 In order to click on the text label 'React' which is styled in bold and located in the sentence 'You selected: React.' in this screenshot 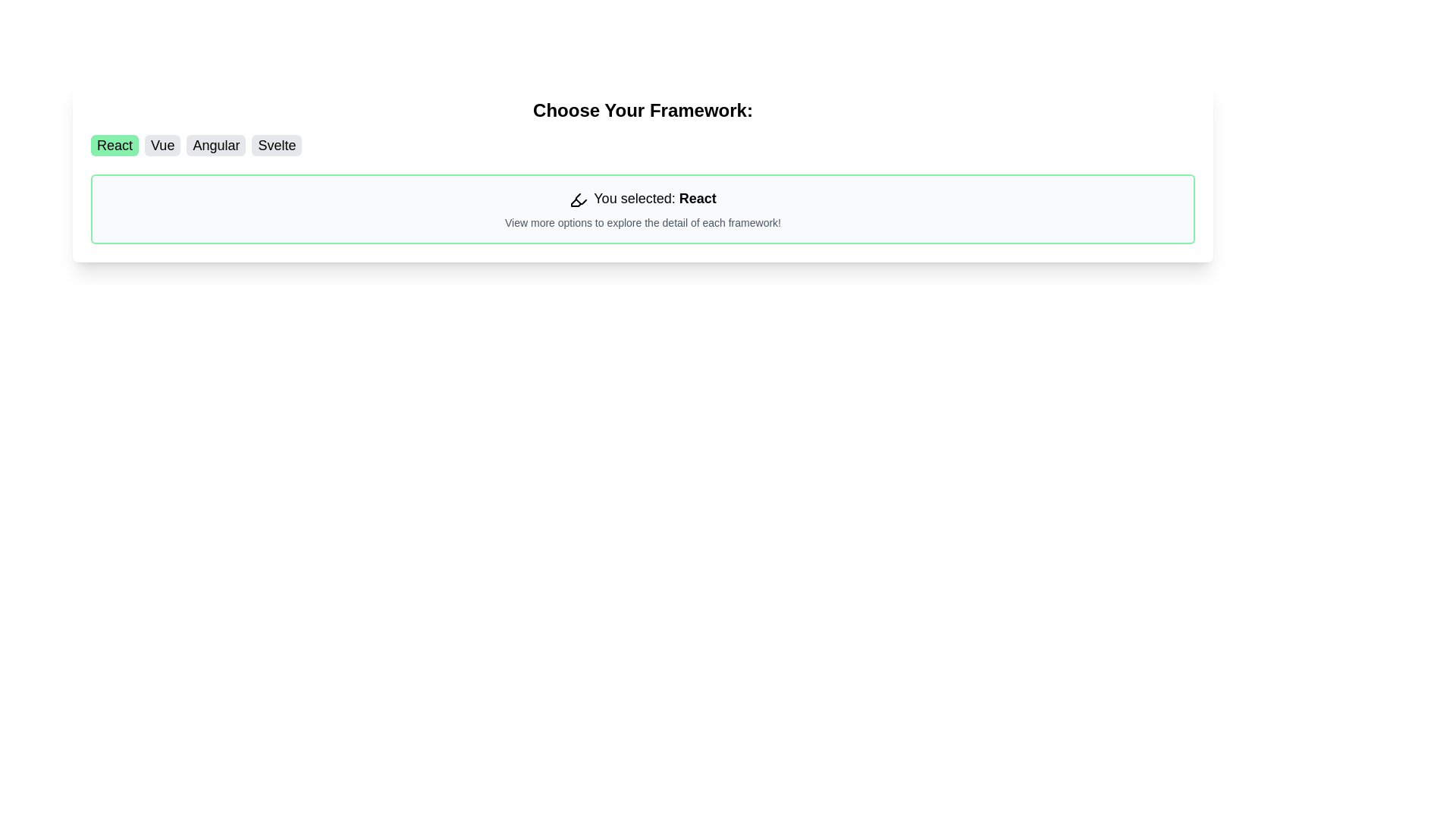, I will do `click(697, 198)`.